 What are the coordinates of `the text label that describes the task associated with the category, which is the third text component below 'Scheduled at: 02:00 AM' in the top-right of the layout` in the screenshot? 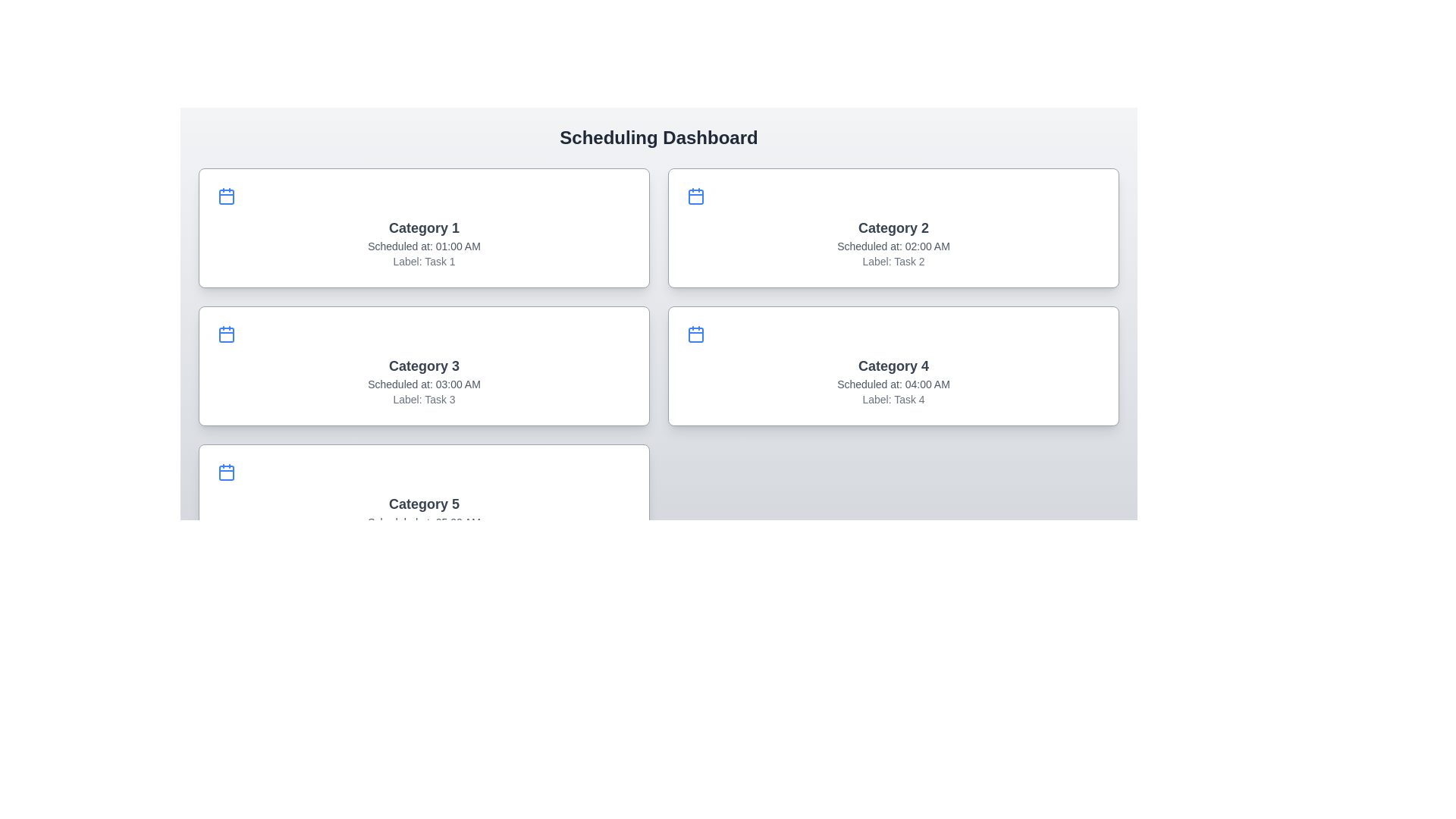 It's located at (893, 260).